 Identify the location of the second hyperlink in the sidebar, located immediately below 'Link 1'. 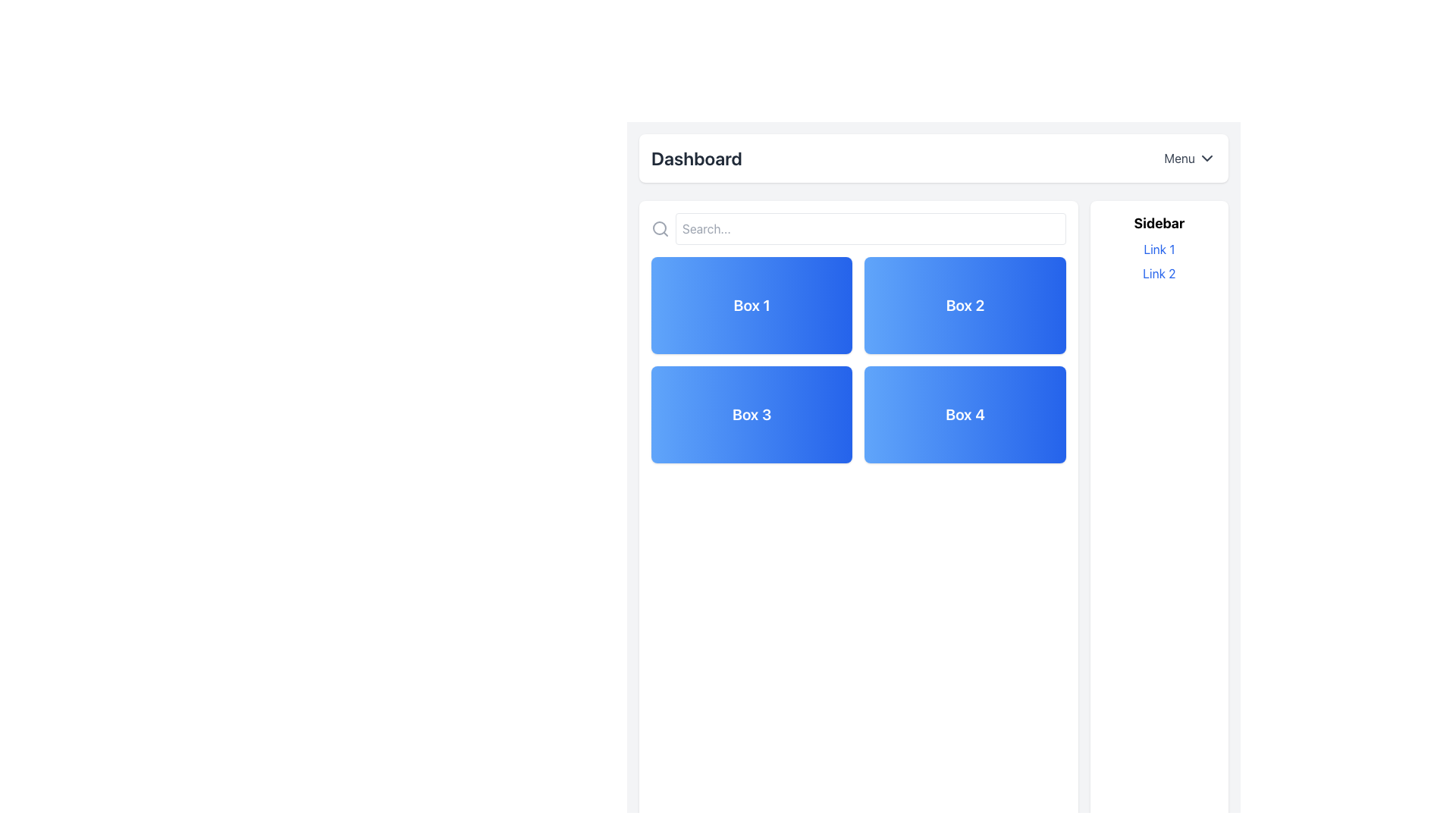
(1158, 274).